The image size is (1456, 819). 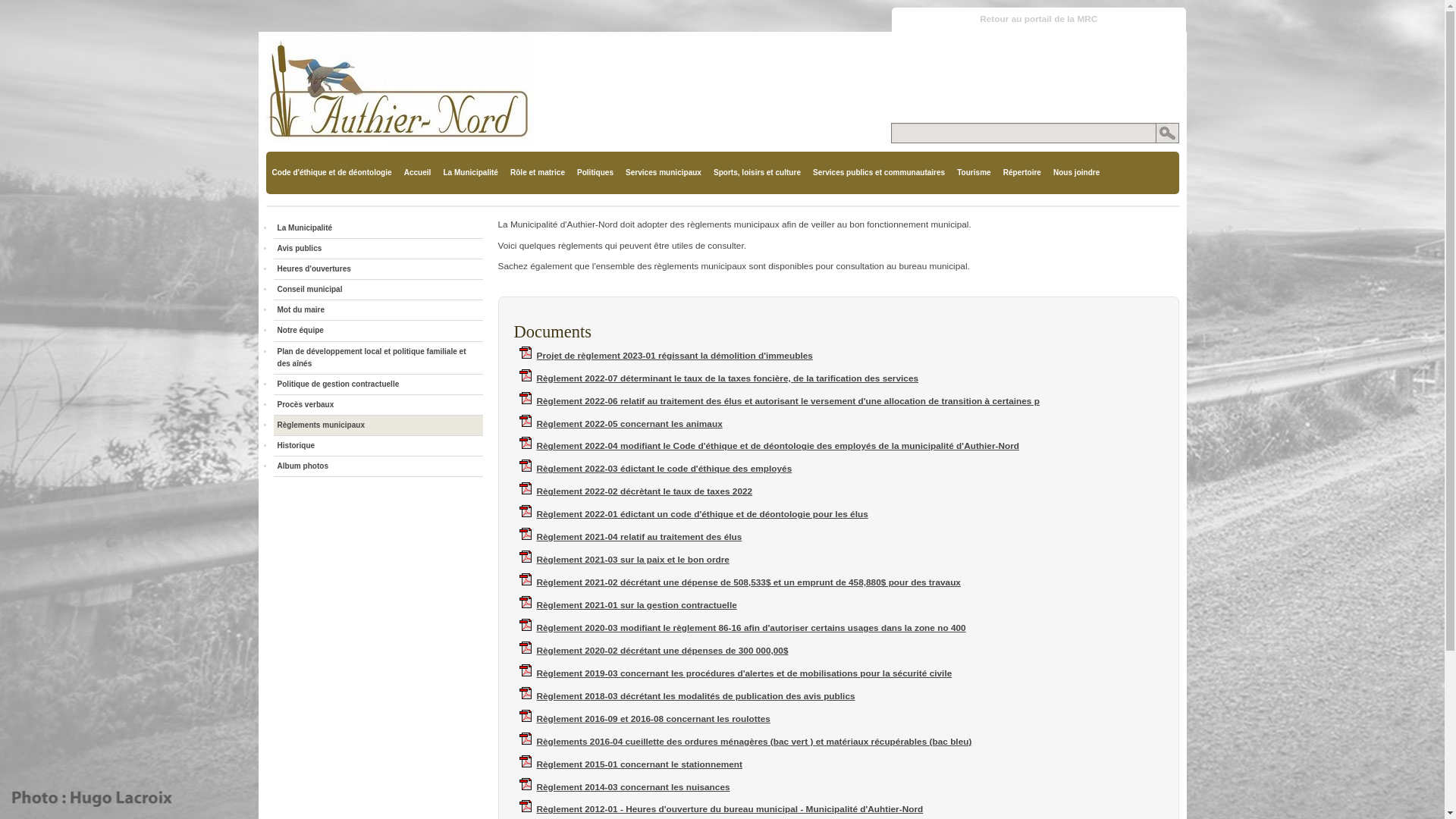 I want to click on 'Tourisme', so click(x=973, y=171).